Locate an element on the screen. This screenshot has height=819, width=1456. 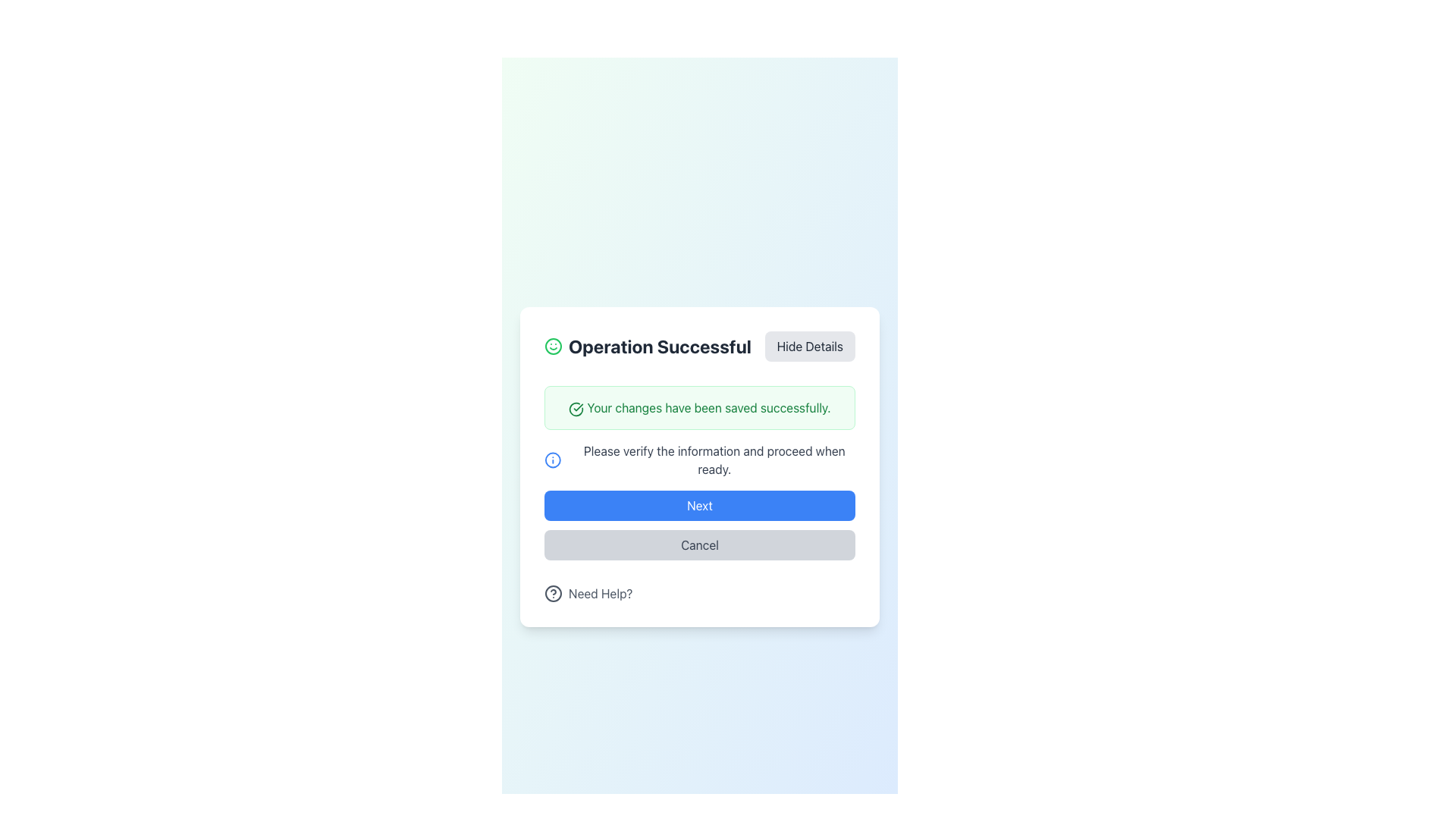
the interactive button located to the right of the text 'Operation Successful' is located at coordinates (809, 346).